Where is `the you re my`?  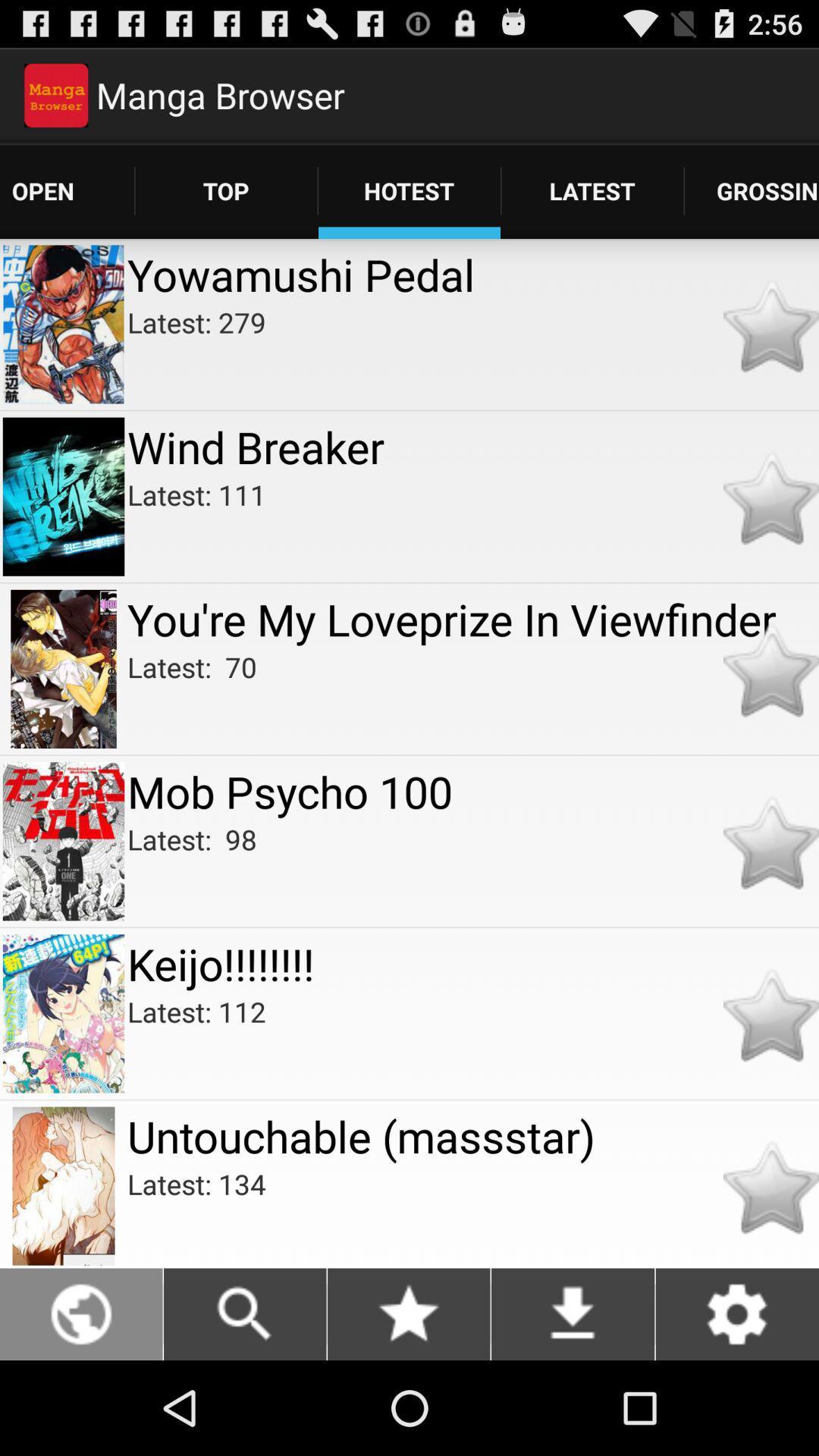
the you re my is located at coordinates (472, 619).